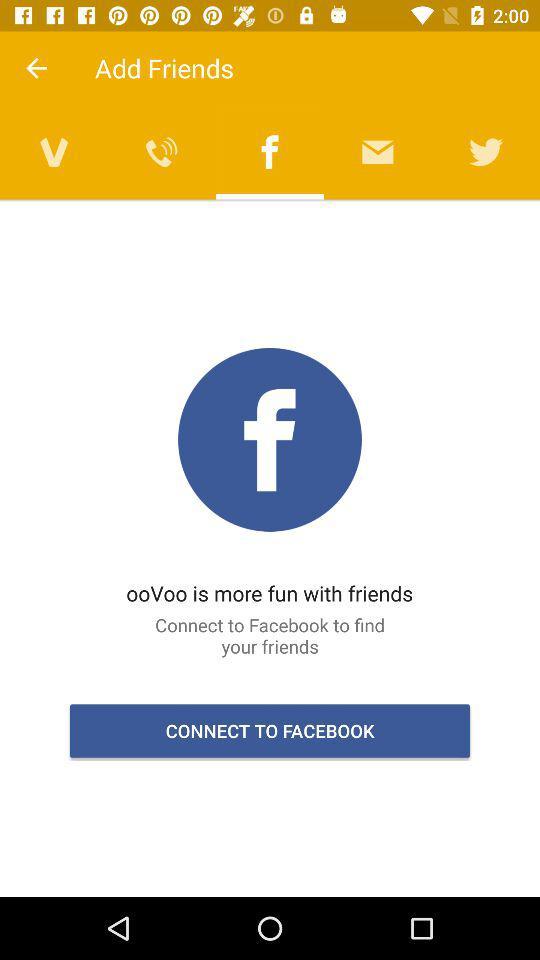  What do you see at coordinates (485, 151) in the screenshot?
I see `the twitter icon` at bounding box center [485, 151].